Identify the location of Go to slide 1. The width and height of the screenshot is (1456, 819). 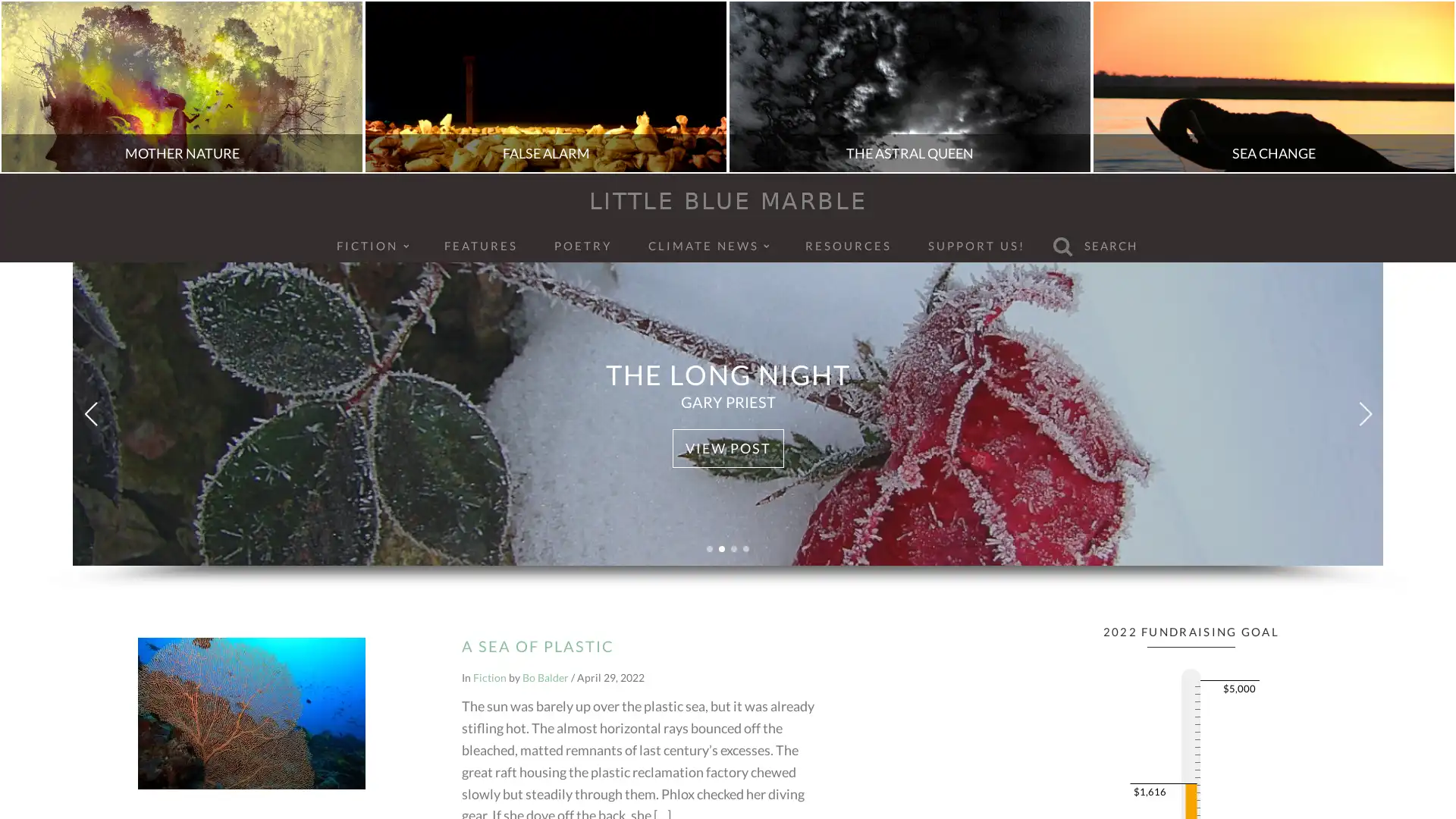
(709, 549).